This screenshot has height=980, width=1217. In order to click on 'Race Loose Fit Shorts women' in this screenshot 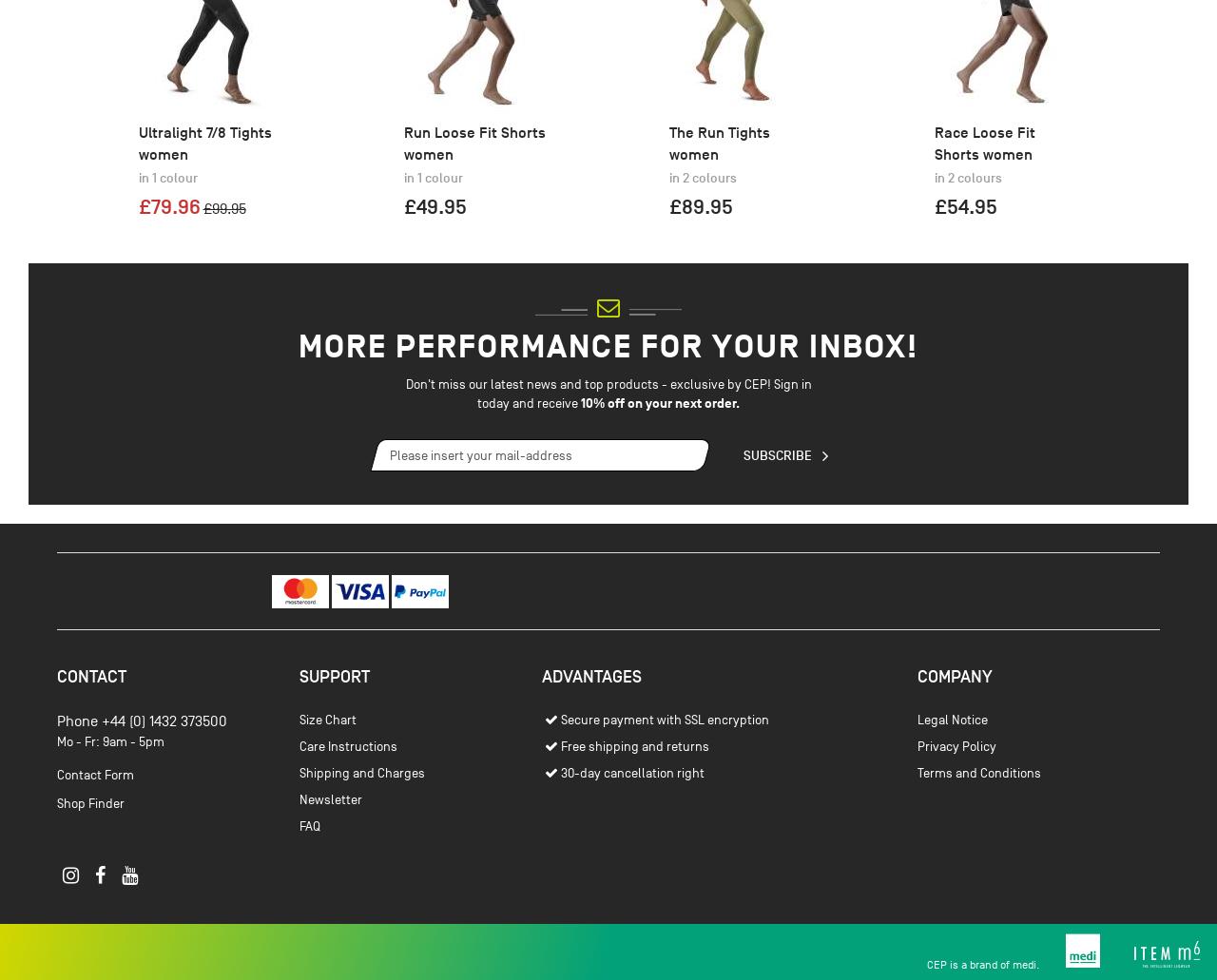, I will do `click(984, 244)`.